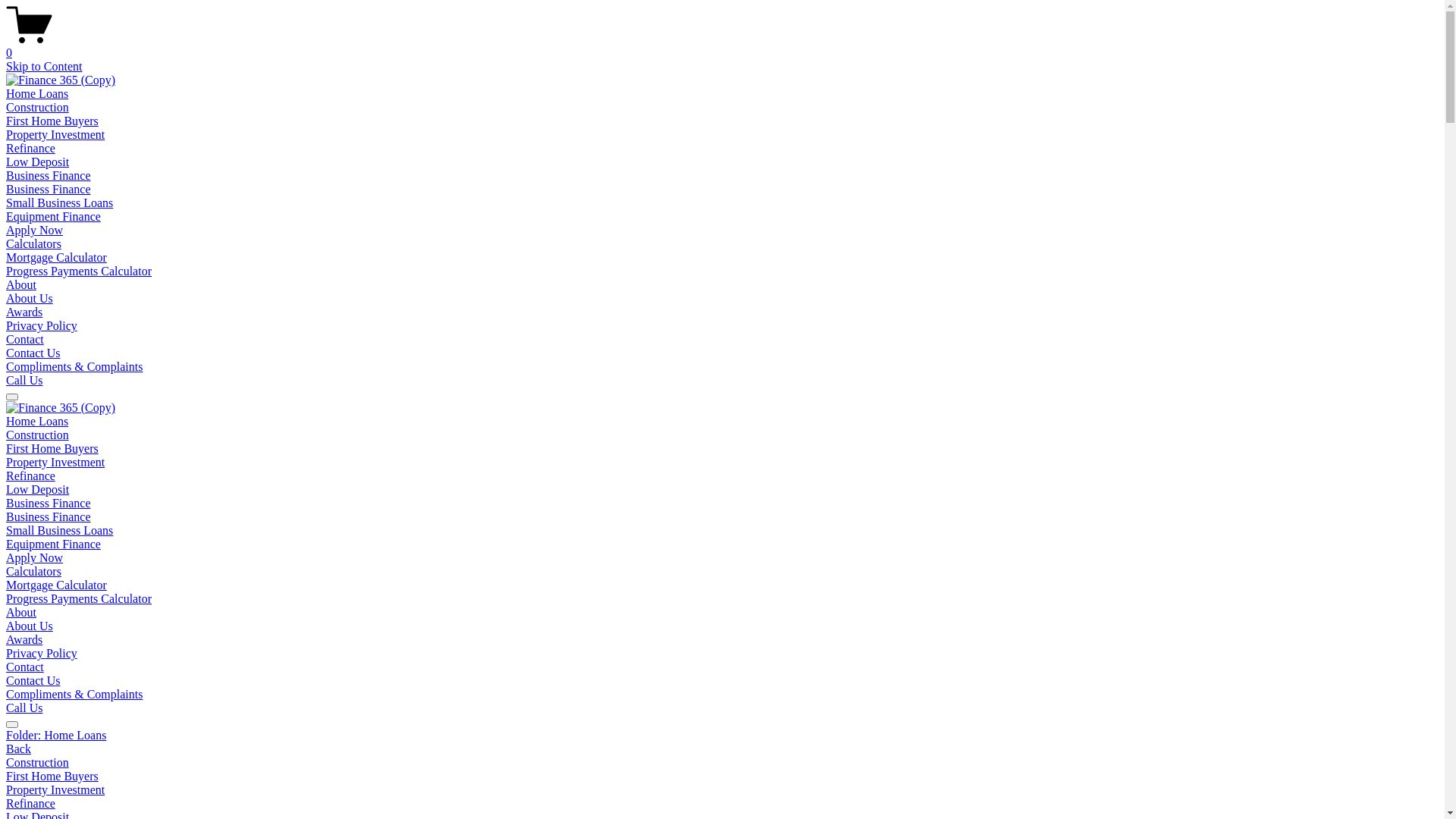 This screenshot has width=1456, height=819. I want to click on 'Progress Payments Calculator', so click(78, 598).